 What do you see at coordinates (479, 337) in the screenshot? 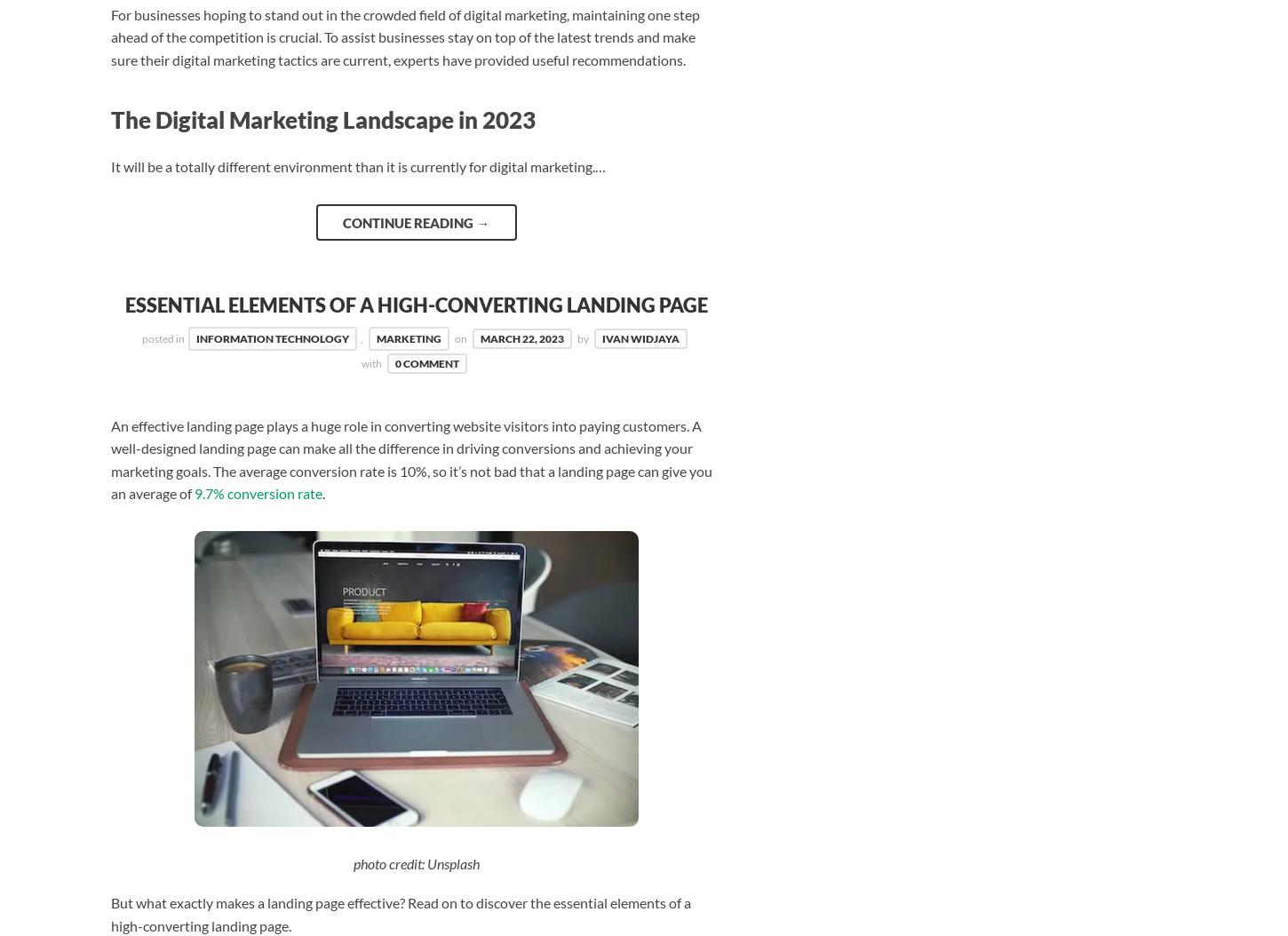
I see `'March 22, 2023'` at bounding box center [479, 337].